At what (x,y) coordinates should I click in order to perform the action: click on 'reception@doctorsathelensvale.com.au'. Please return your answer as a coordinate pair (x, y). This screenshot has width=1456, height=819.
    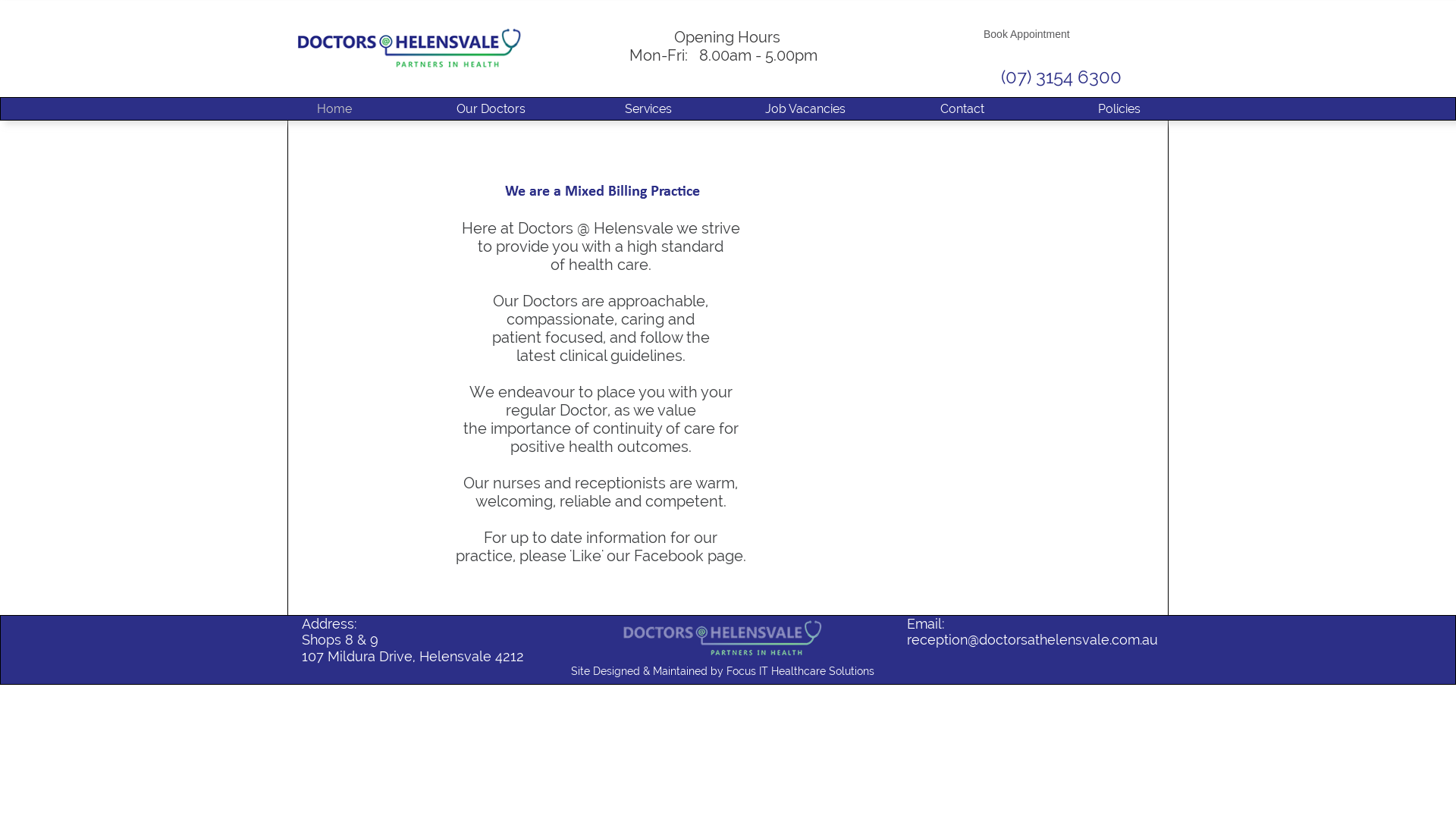
    Looking at the image, I should click on (1031, 640).